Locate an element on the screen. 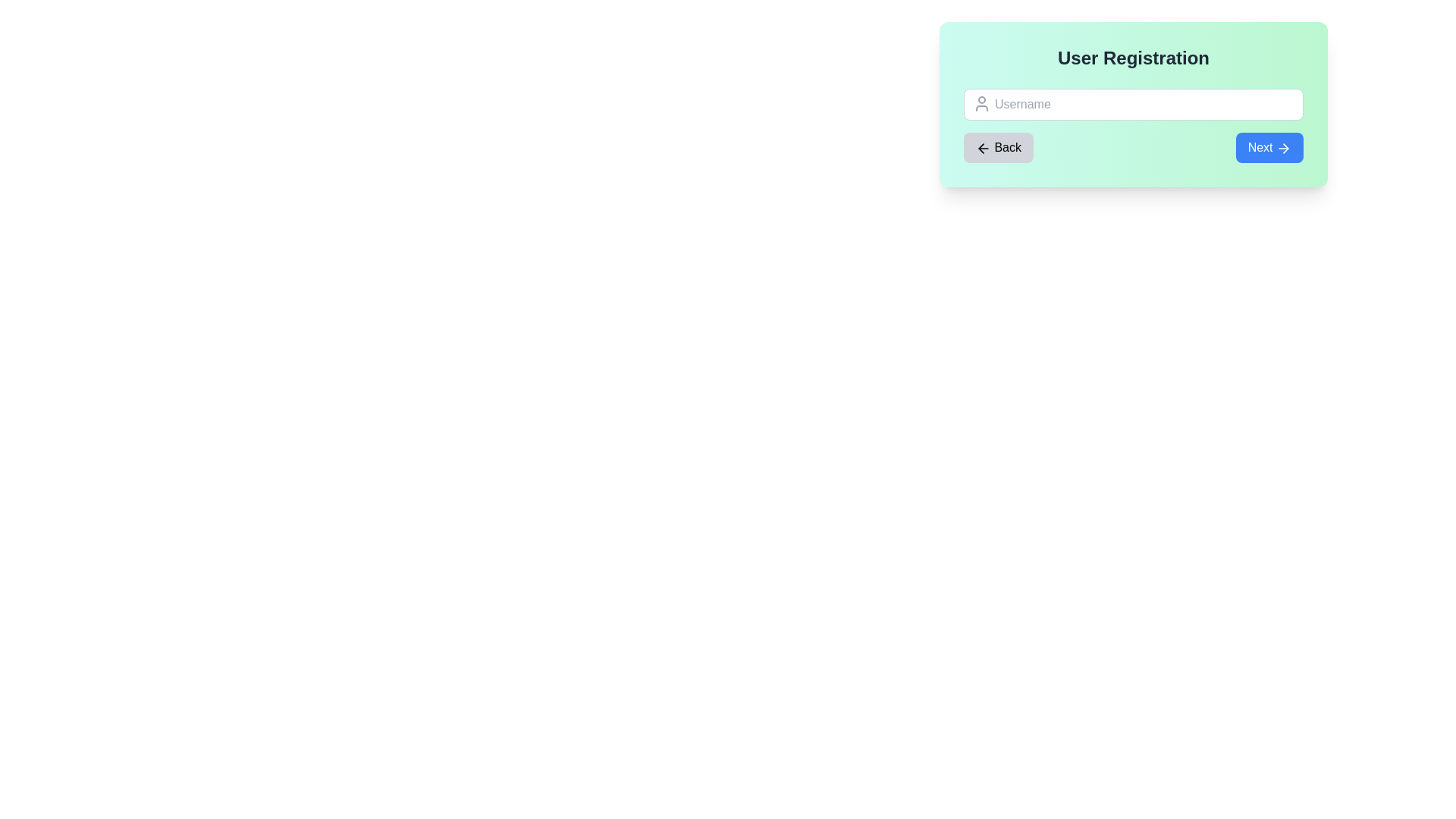  the rightmost button in the 'User Registration' section to proceed to the next step is located at coordinates (1269, 148).